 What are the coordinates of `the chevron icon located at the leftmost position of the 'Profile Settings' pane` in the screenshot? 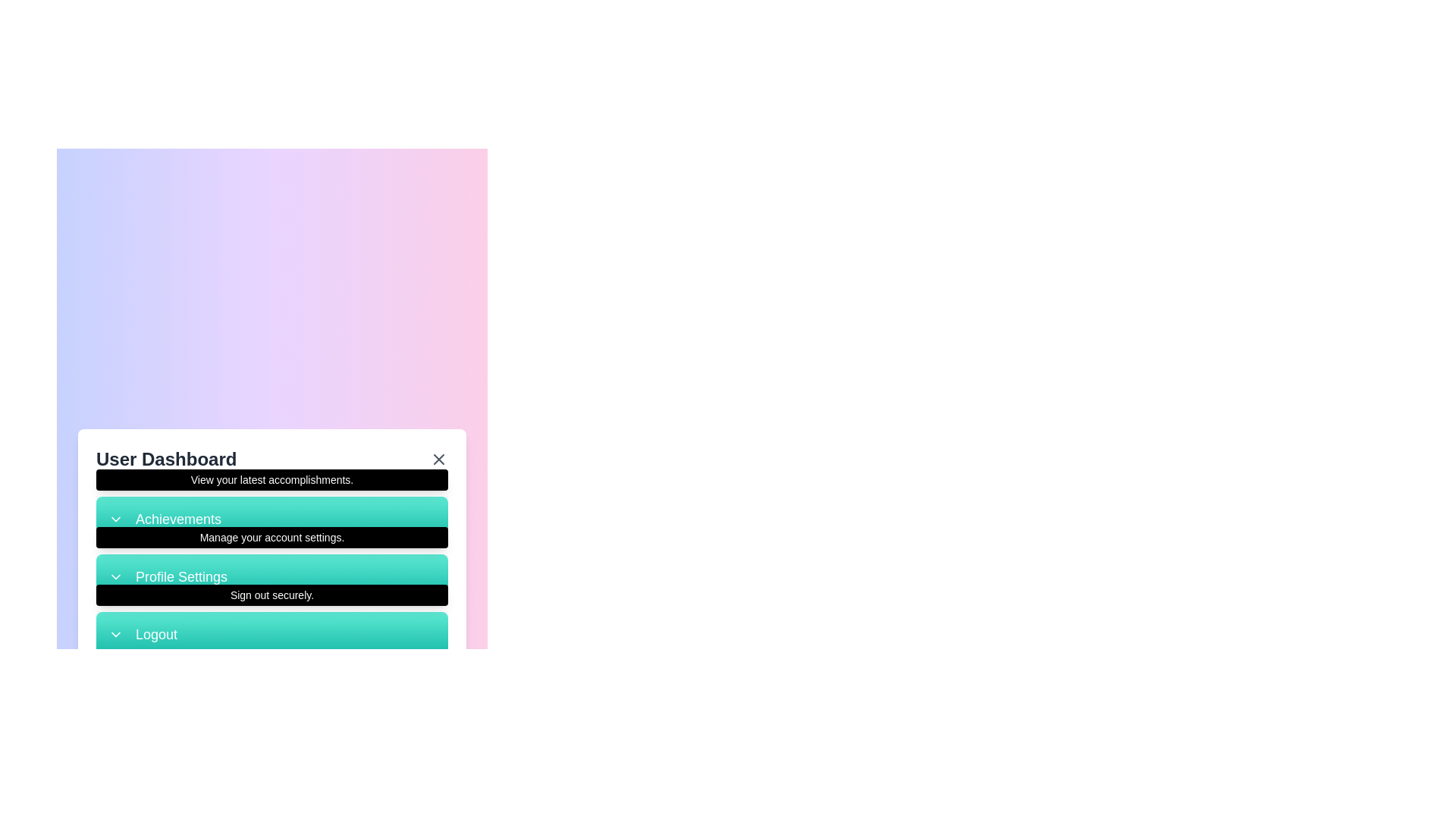 It's located at (115, 576).